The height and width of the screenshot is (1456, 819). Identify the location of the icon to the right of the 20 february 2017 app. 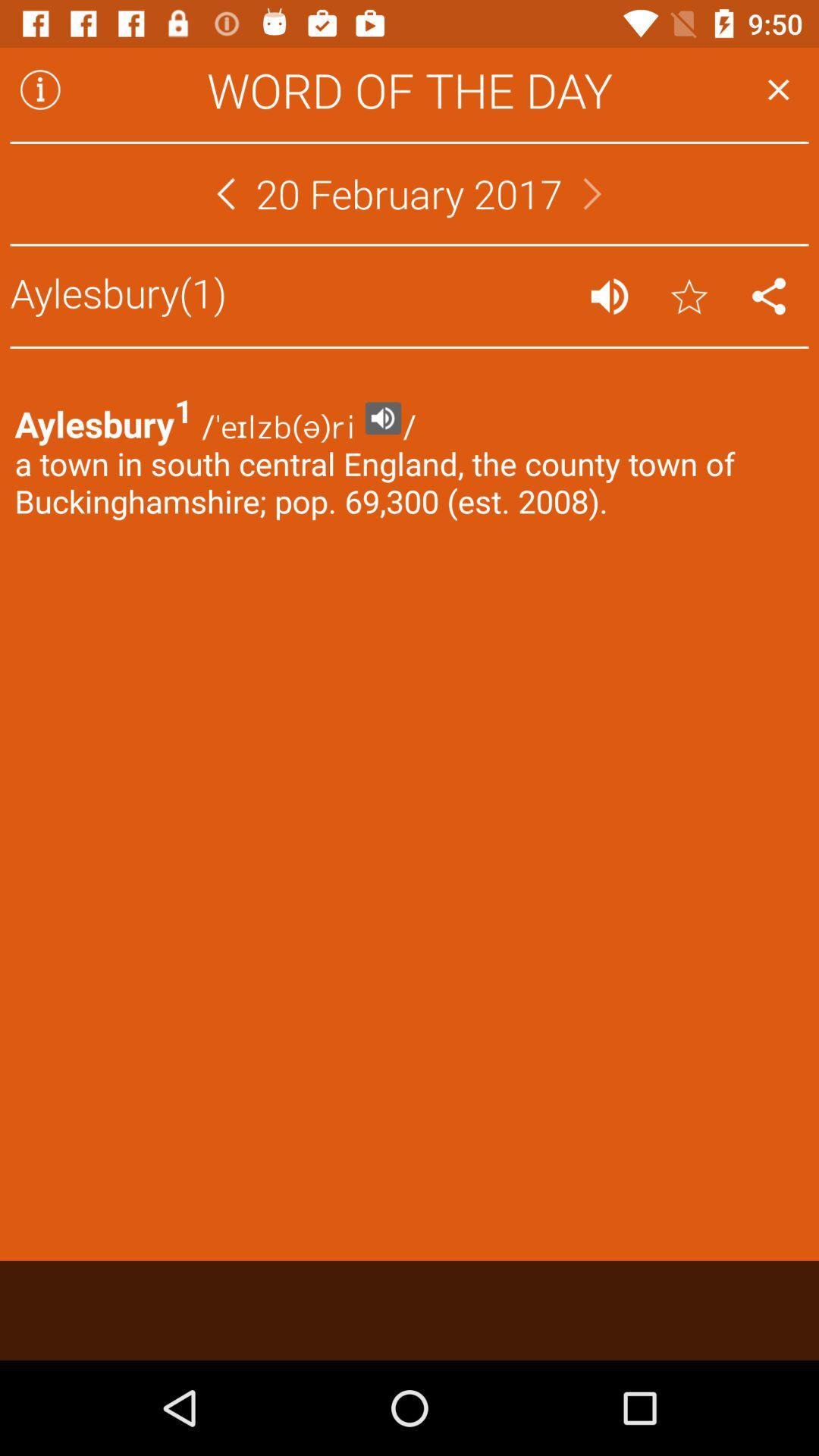
(591, 193).